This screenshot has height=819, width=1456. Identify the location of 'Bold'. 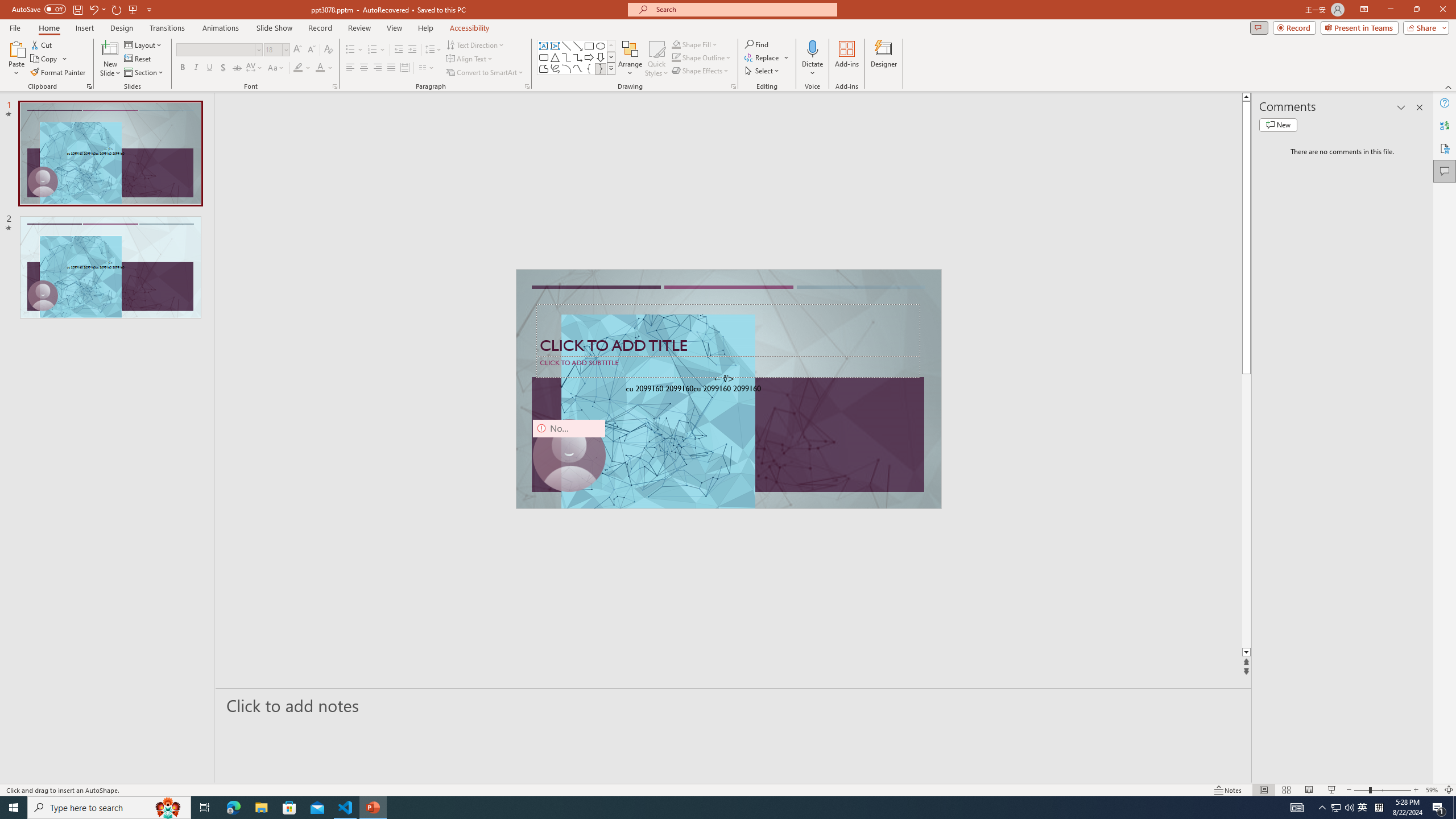
(183, 67).